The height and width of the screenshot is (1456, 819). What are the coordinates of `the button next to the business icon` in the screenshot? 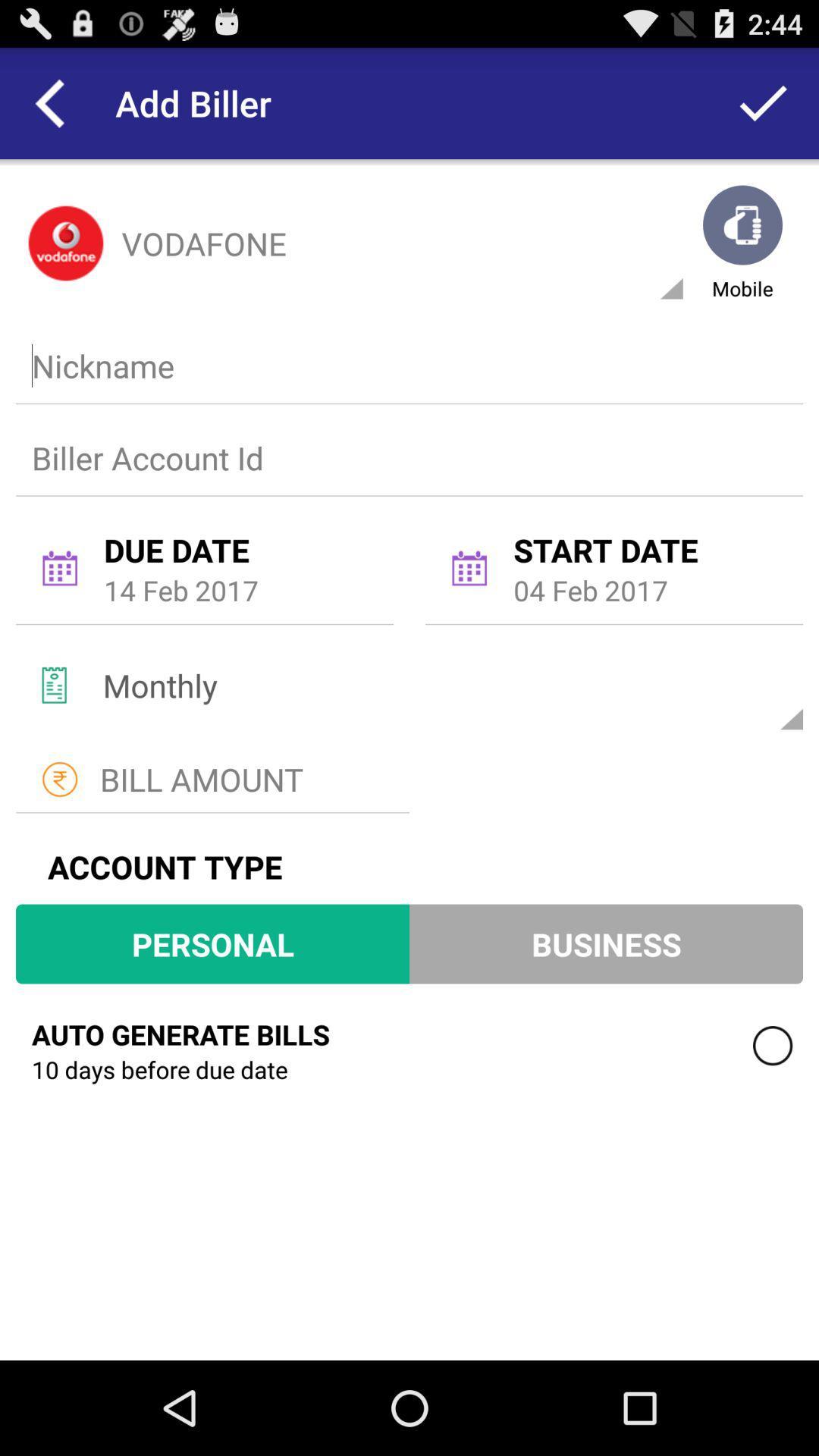 It's located at (212, 943).